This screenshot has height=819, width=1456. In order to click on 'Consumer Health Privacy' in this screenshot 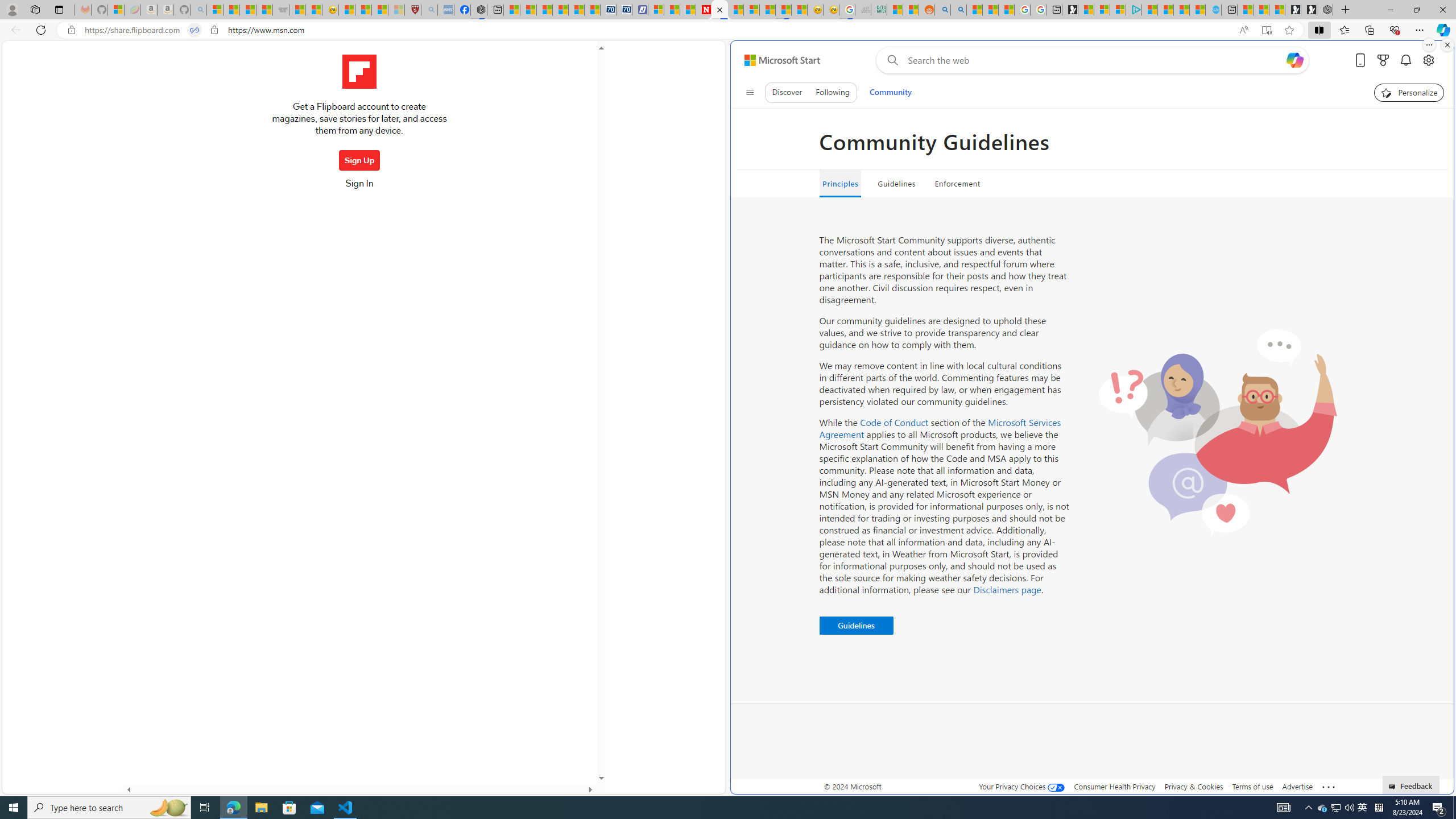, I will do `click(1115, 786)`.